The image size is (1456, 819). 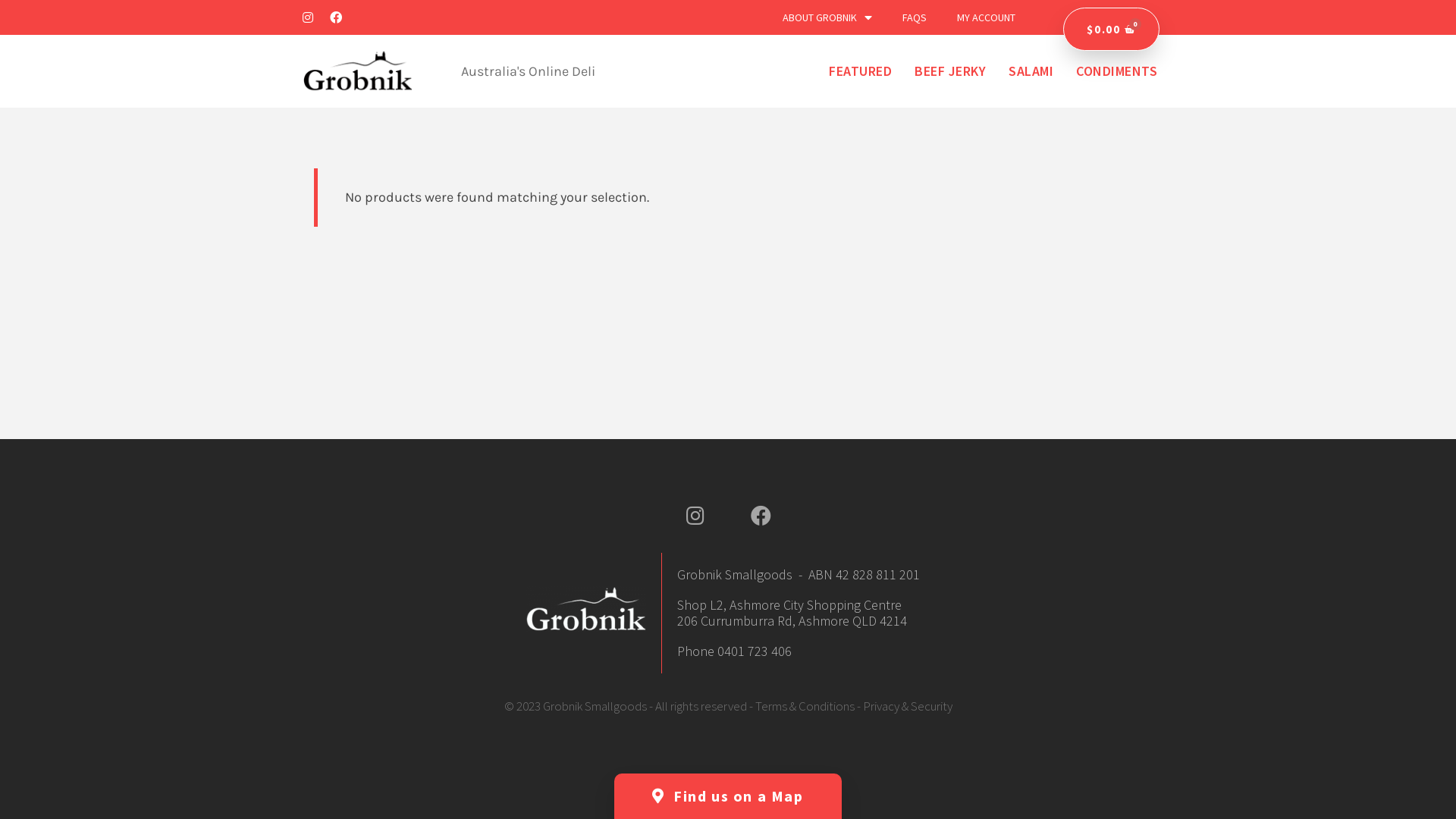 What do you see at coordinates (913, 17) in the screenshot?
I see `'FAQS'` at bounding box center [913, 17].